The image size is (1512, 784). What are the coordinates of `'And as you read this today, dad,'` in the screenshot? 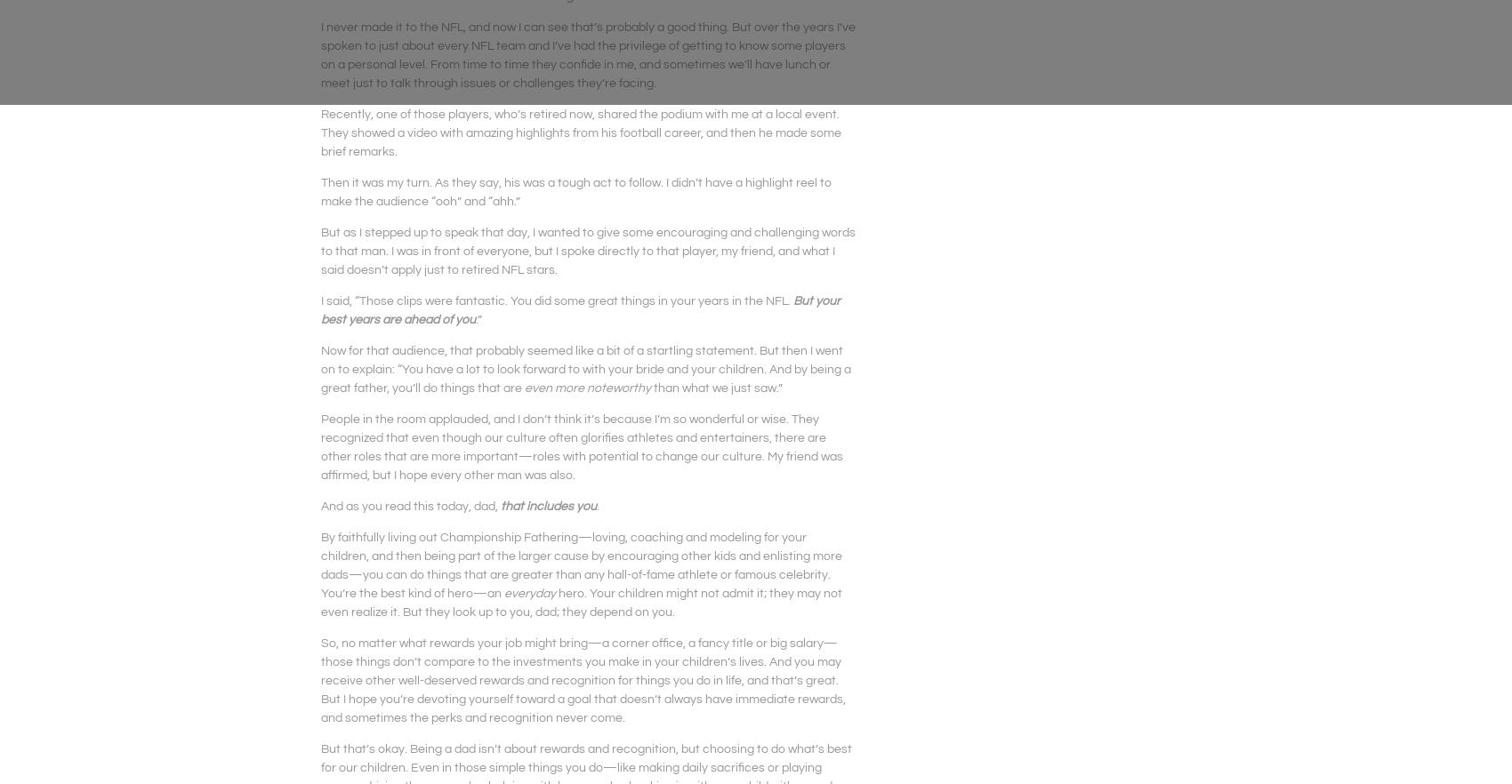 It's located at (411, 505).